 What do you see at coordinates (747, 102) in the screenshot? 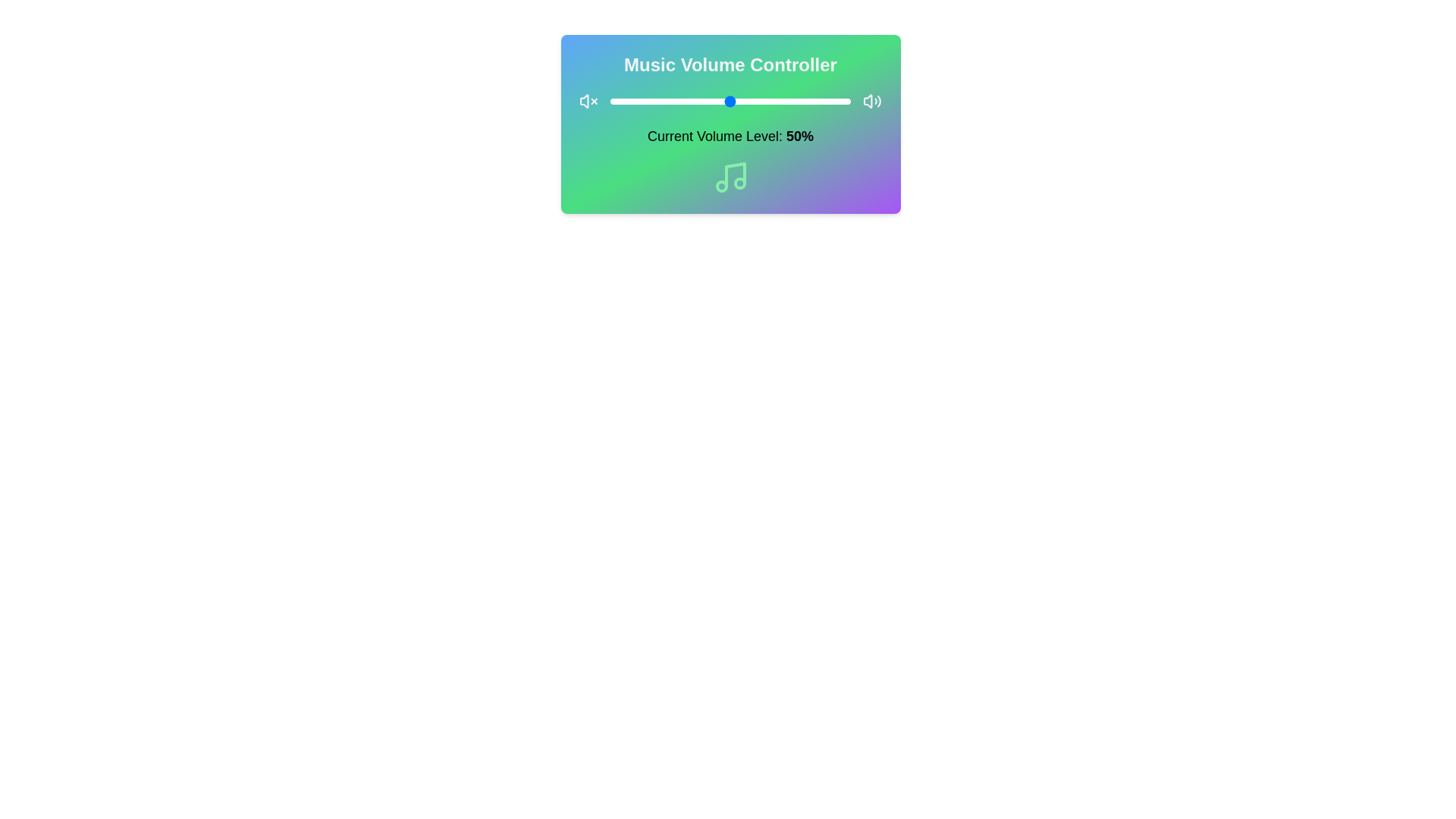
I see `the volume slider to 57%` at bounding box center [747, 102].